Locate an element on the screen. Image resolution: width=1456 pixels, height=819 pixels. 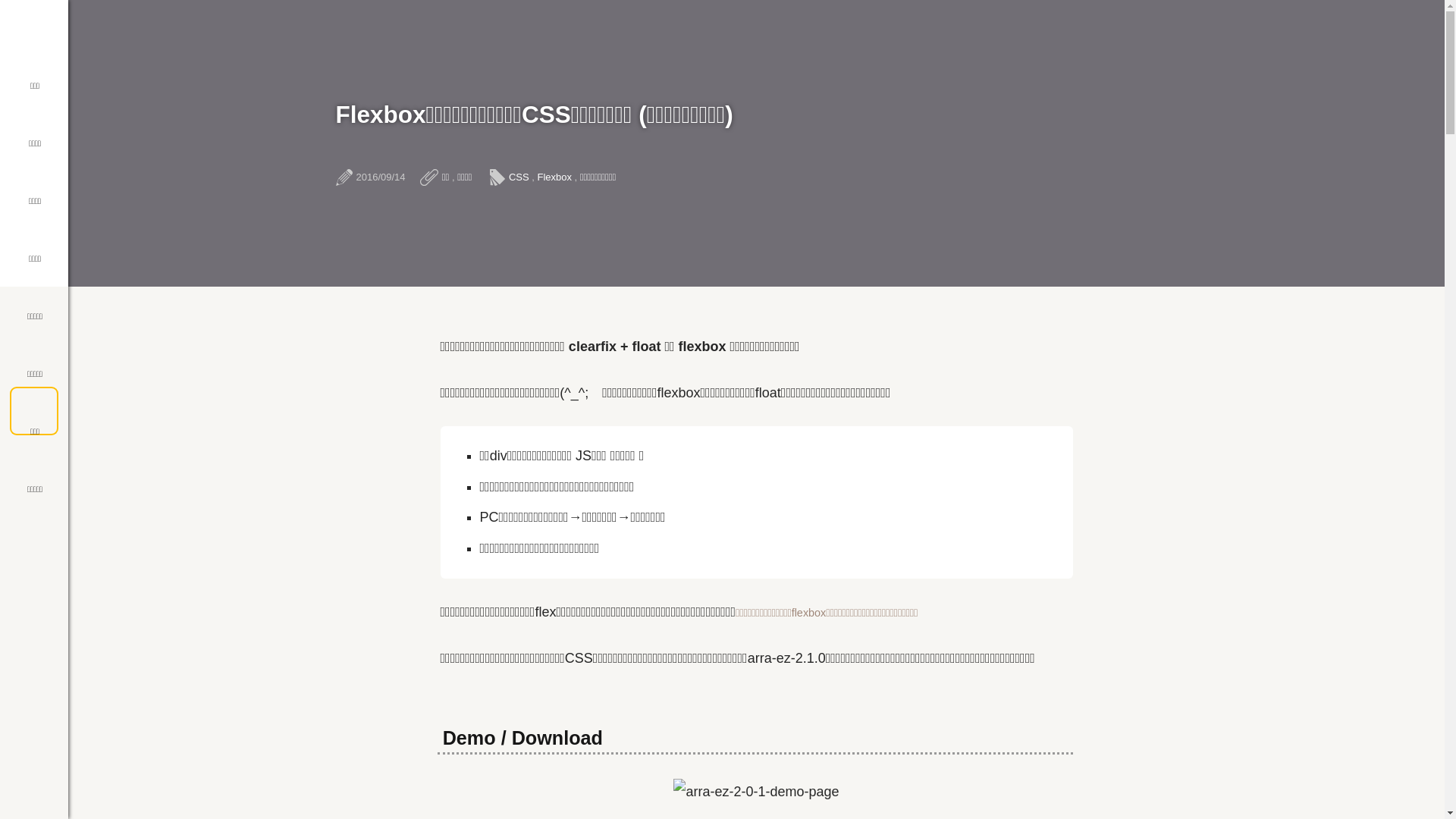
'CSS' is located at coordinates (519, 177).